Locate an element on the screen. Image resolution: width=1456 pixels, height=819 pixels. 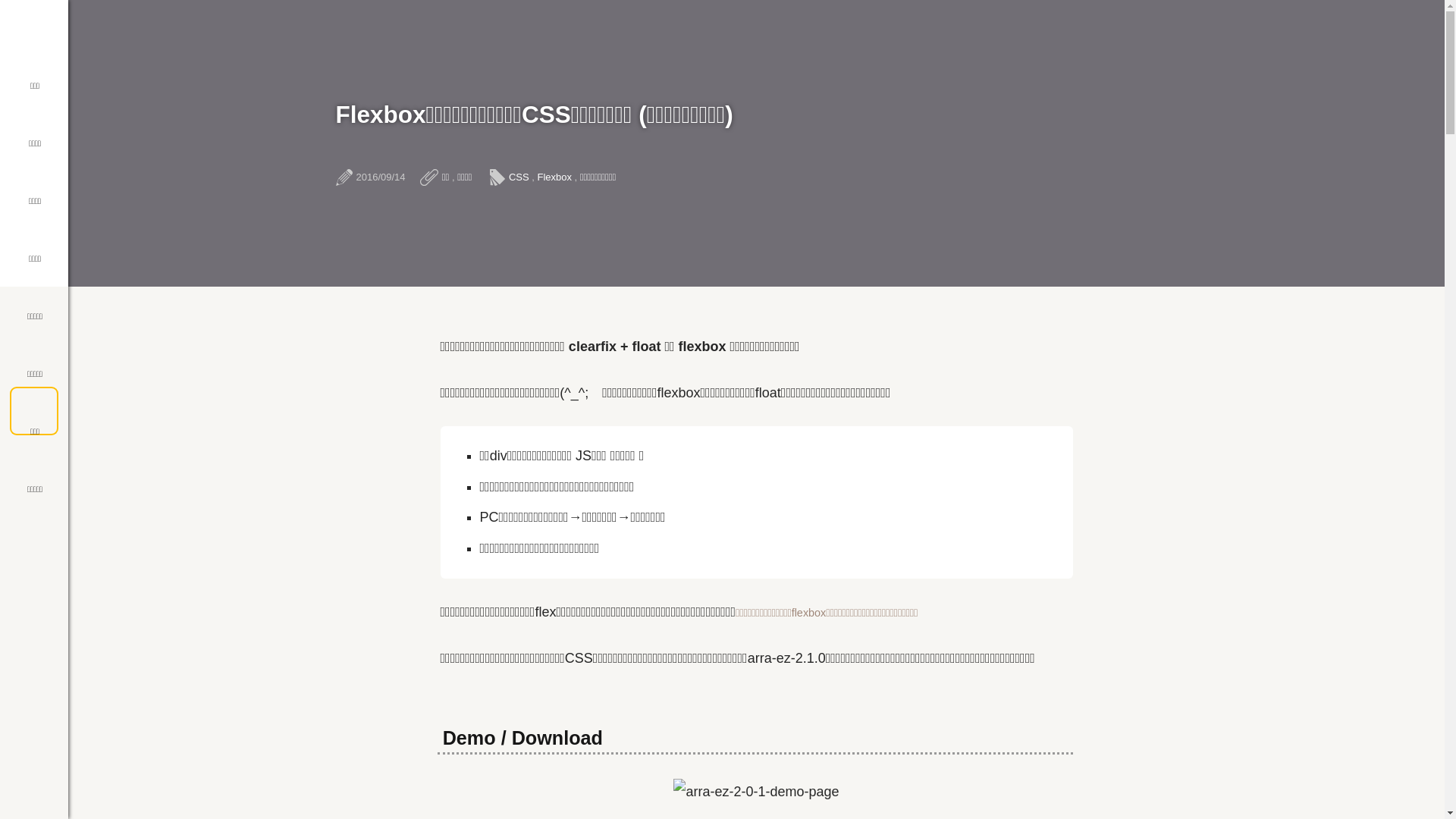
'CSS' is located at coordinates (519, 177).